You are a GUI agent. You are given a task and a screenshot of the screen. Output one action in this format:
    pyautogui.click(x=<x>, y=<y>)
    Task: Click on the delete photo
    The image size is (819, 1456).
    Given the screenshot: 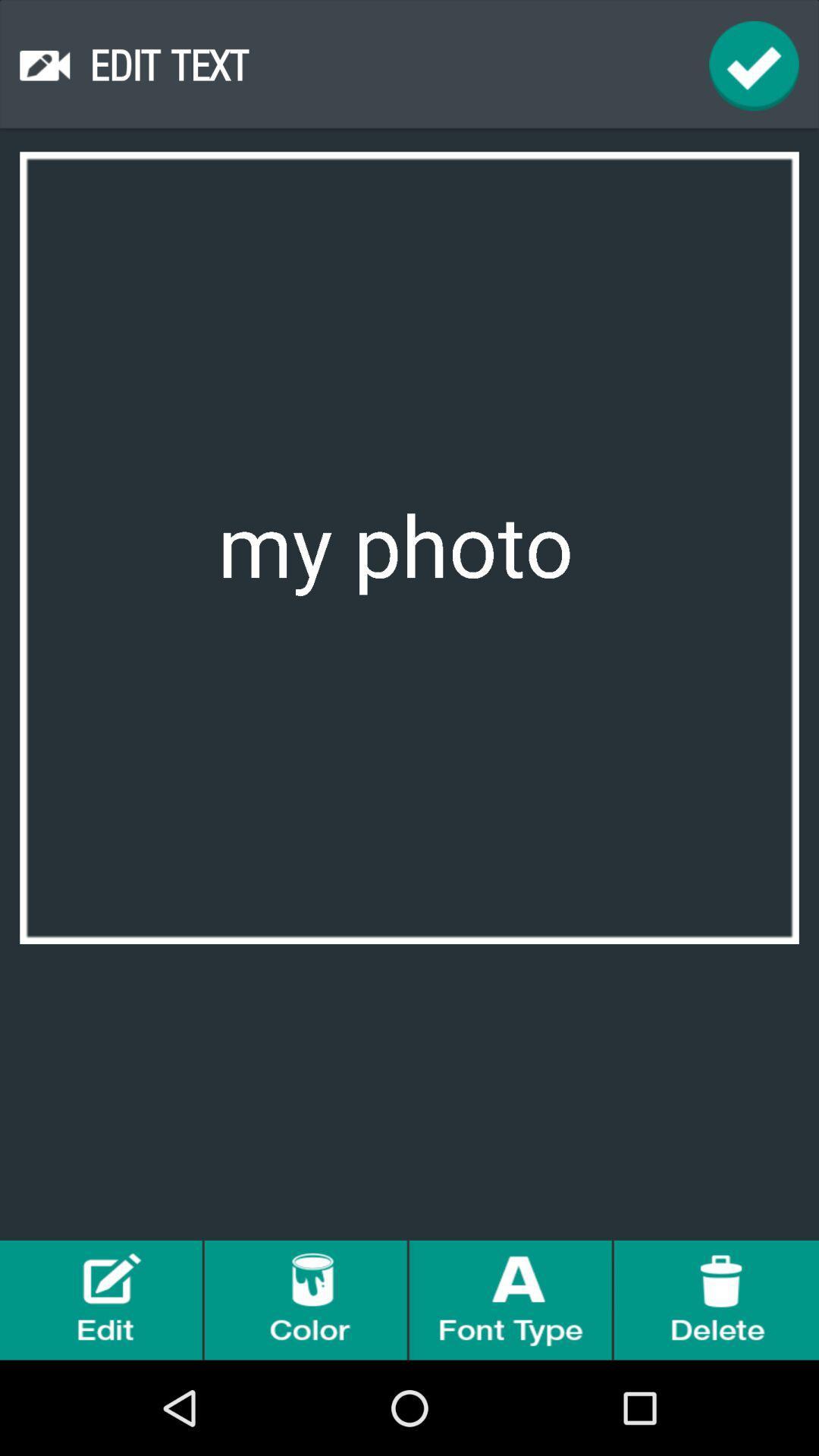 What is the action you would take?
    pyautogui.click(x=717, y=1299)
    